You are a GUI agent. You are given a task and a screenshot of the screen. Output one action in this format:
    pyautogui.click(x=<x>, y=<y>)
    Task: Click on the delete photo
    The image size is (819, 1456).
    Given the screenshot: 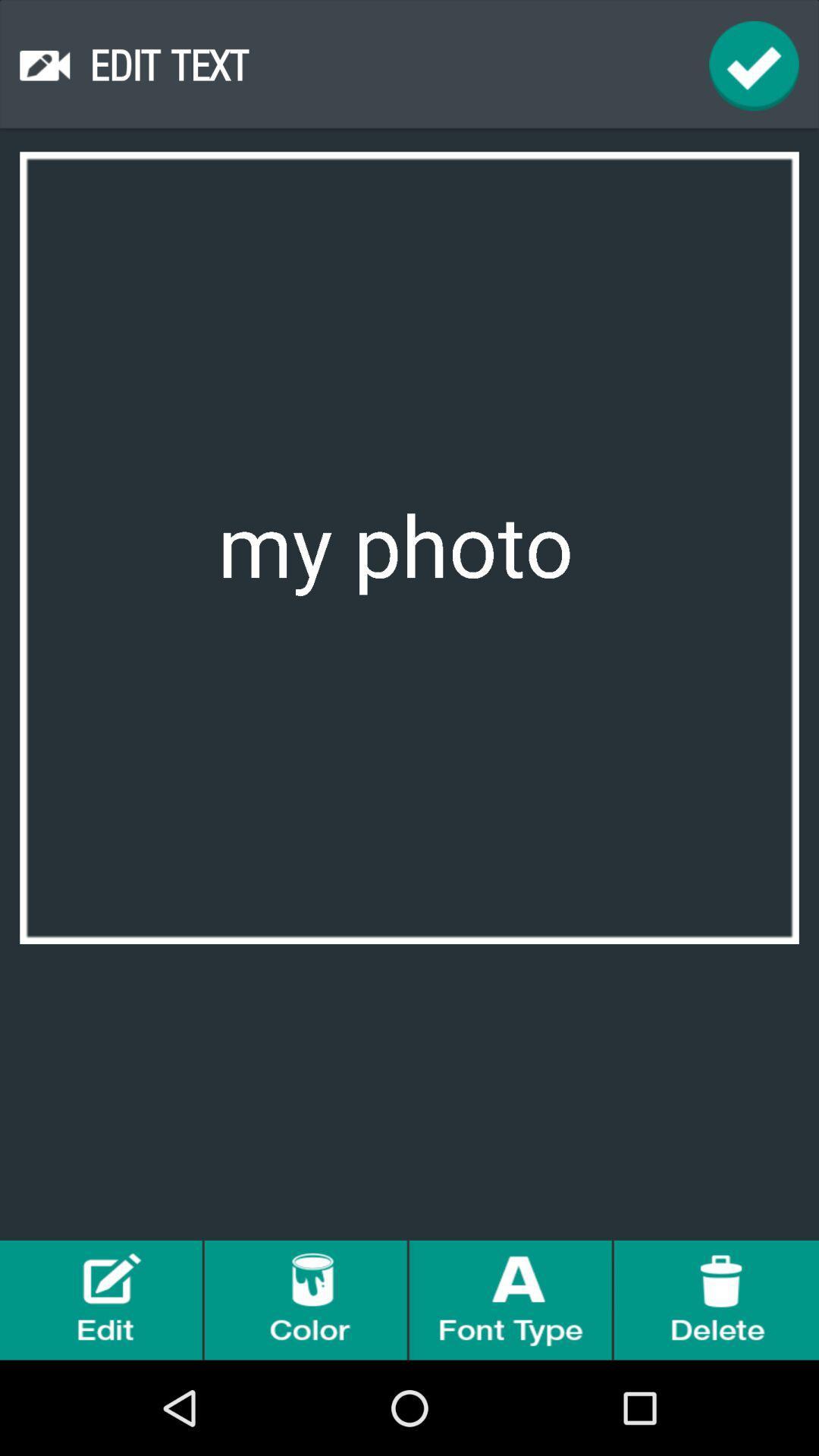 What is the action you would take?
    pyautogui.click(x=717, y=1299)
    